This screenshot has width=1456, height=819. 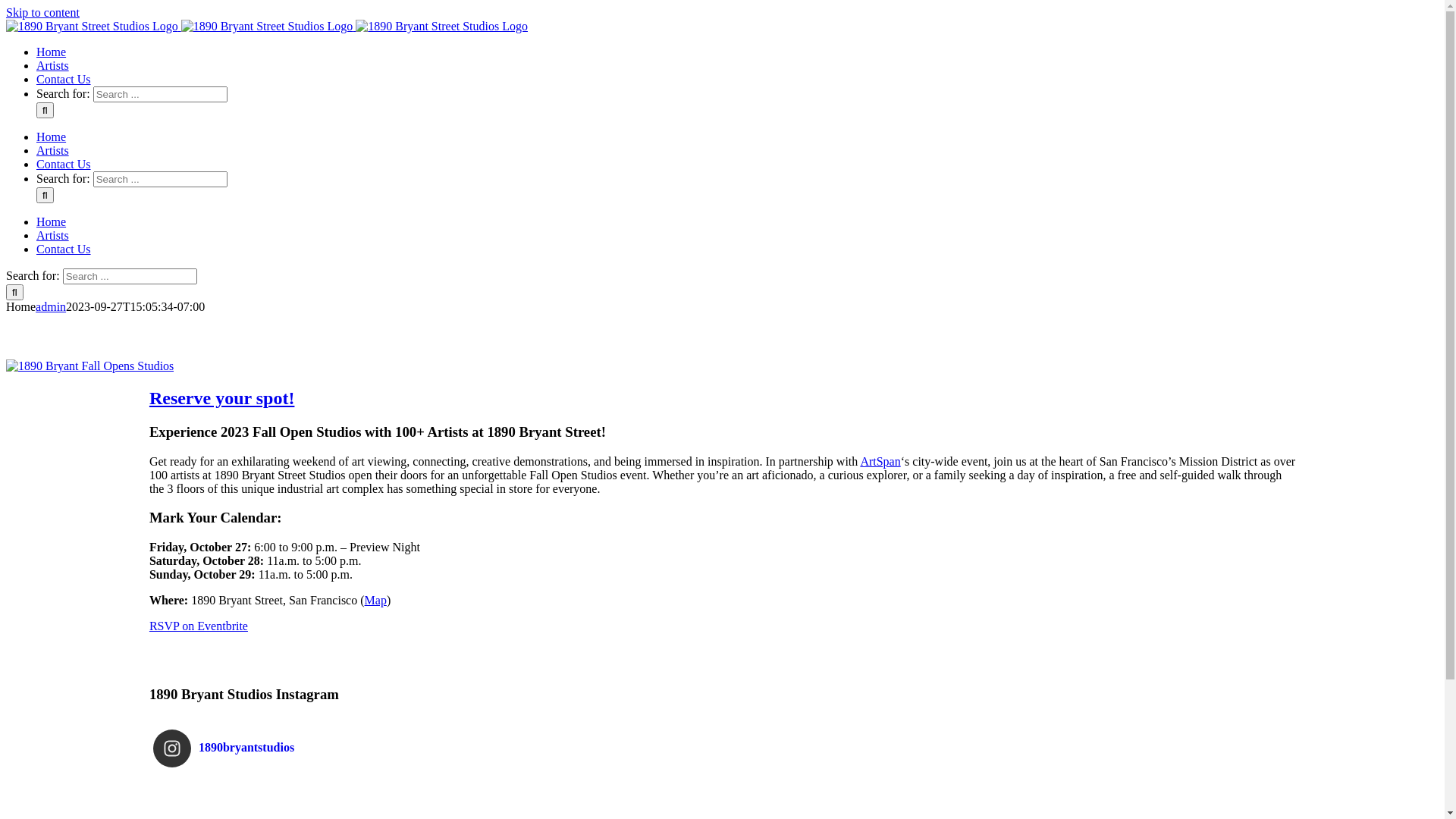 I want to click on 'Artists', so click(x=36, y=150).